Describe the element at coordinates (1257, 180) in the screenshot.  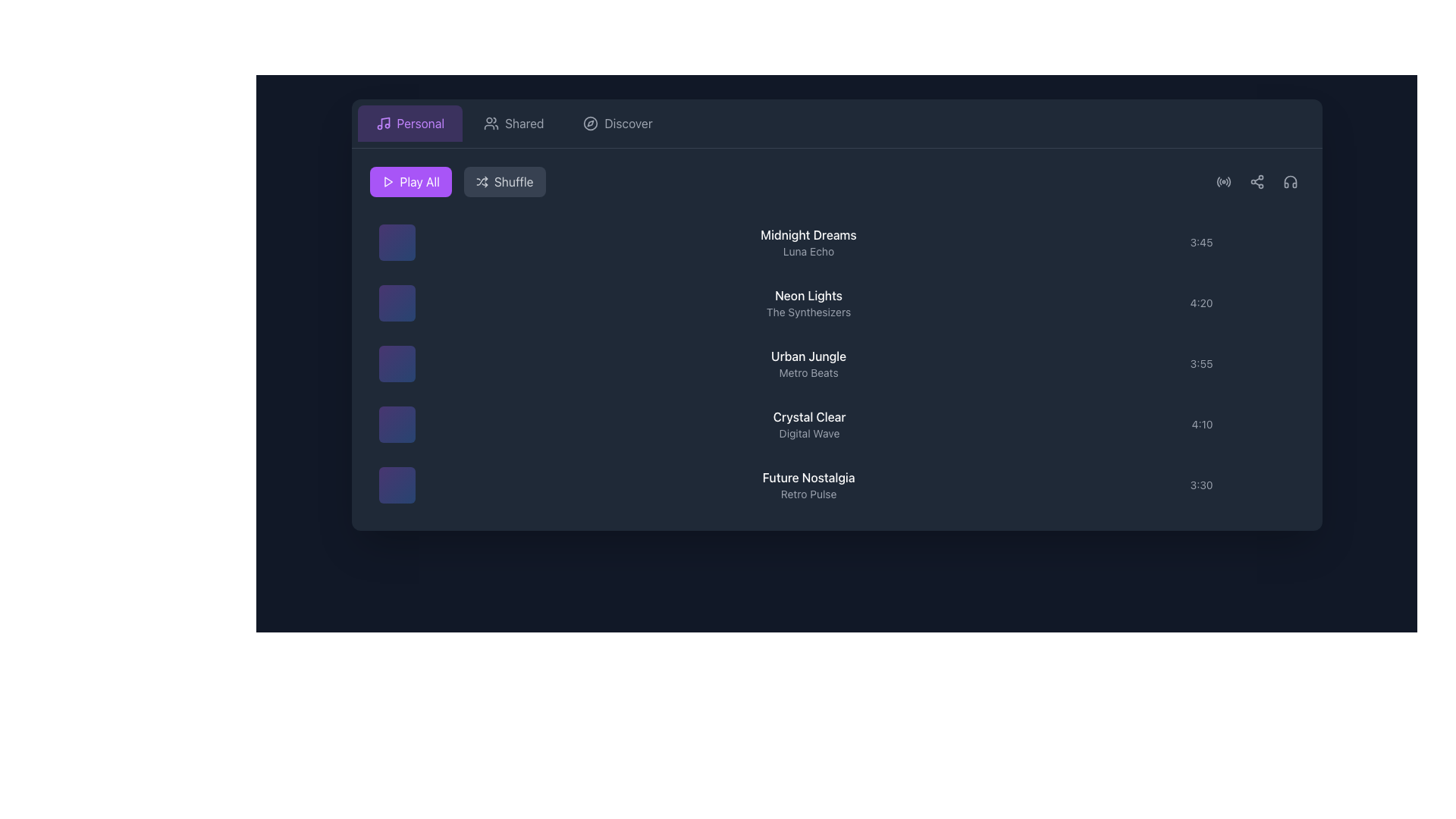
I see `the share icon button, which is a triangular structure of three connected nodes within a circular button located in the upper-right corner of the main interface` at that location.